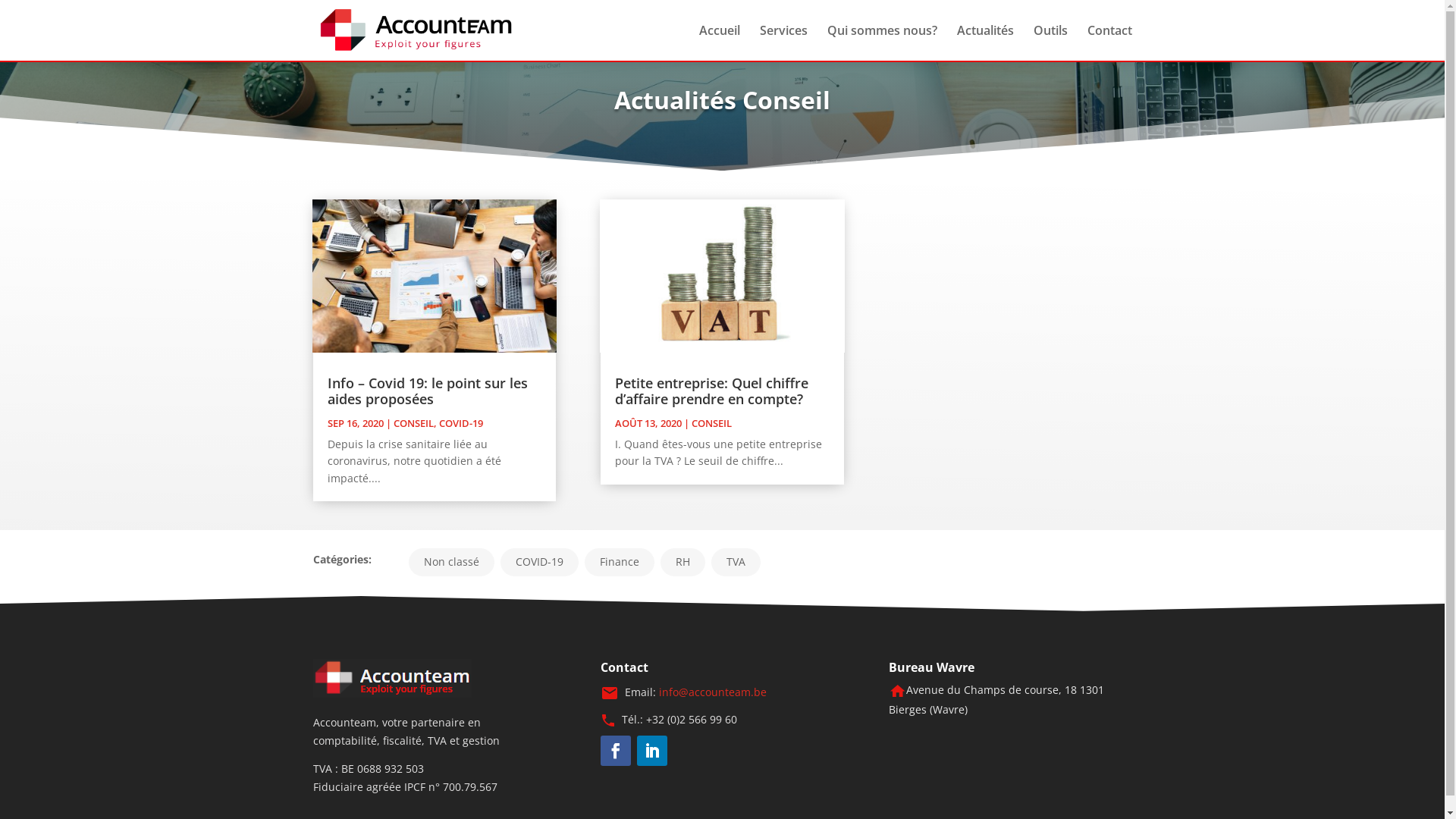 This screenshot has height=819, width=1456. I want to click on 'TVA', so click(736, 562).